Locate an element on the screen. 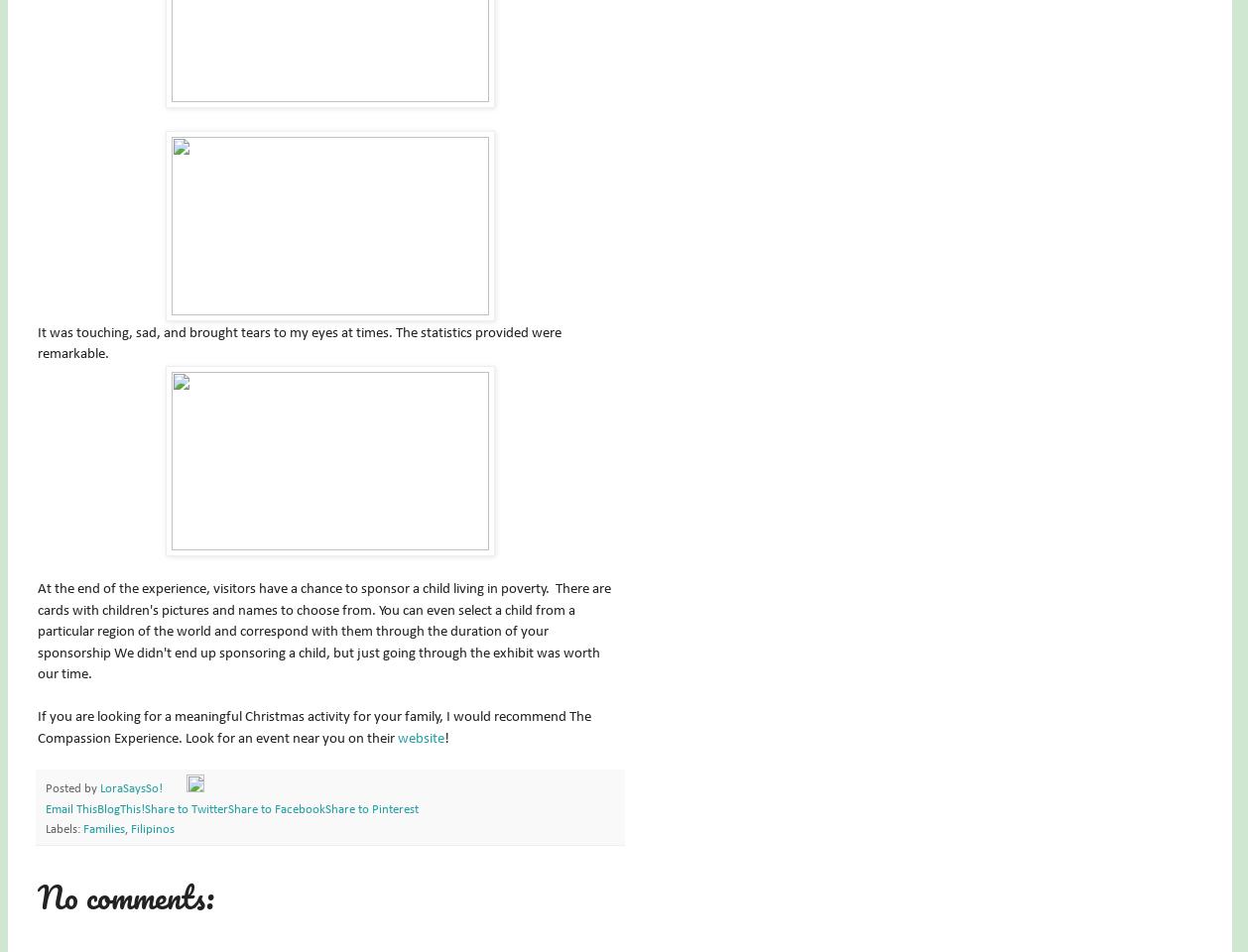  'At the end of the experience, visitors have a chance to sponsor a child living in poverty.  There are cards with children's pictures and names to choose from. You can even select a child from a particular region of the world and correspond with them through the duration of your sponsorship We didn't end up sponsoring a child, but just going through the exhibit was worth our time.' is located at coordinates (322, 630).